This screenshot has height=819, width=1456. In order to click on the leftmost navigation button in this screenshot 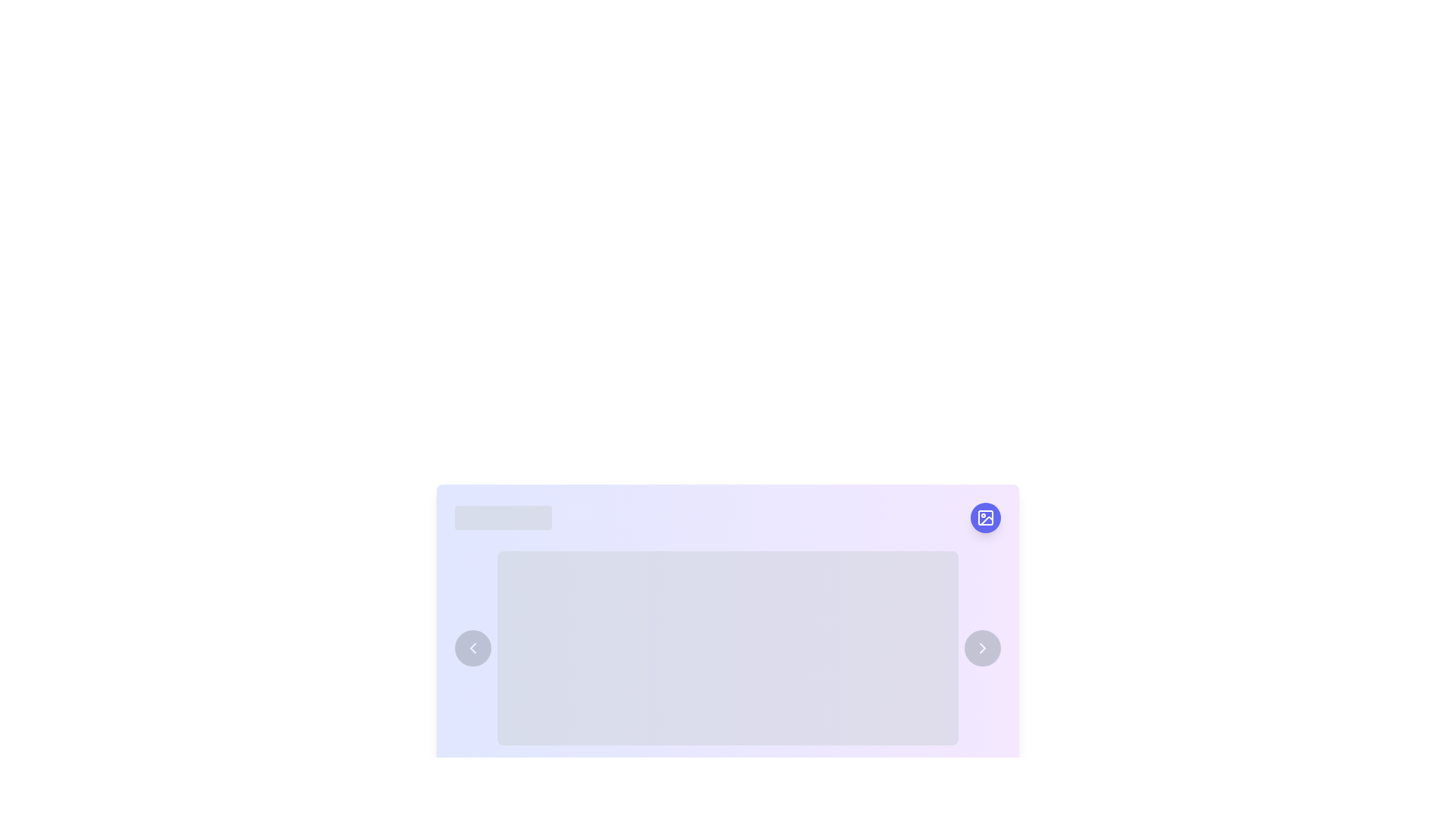, I will do `click(472, 648)`.